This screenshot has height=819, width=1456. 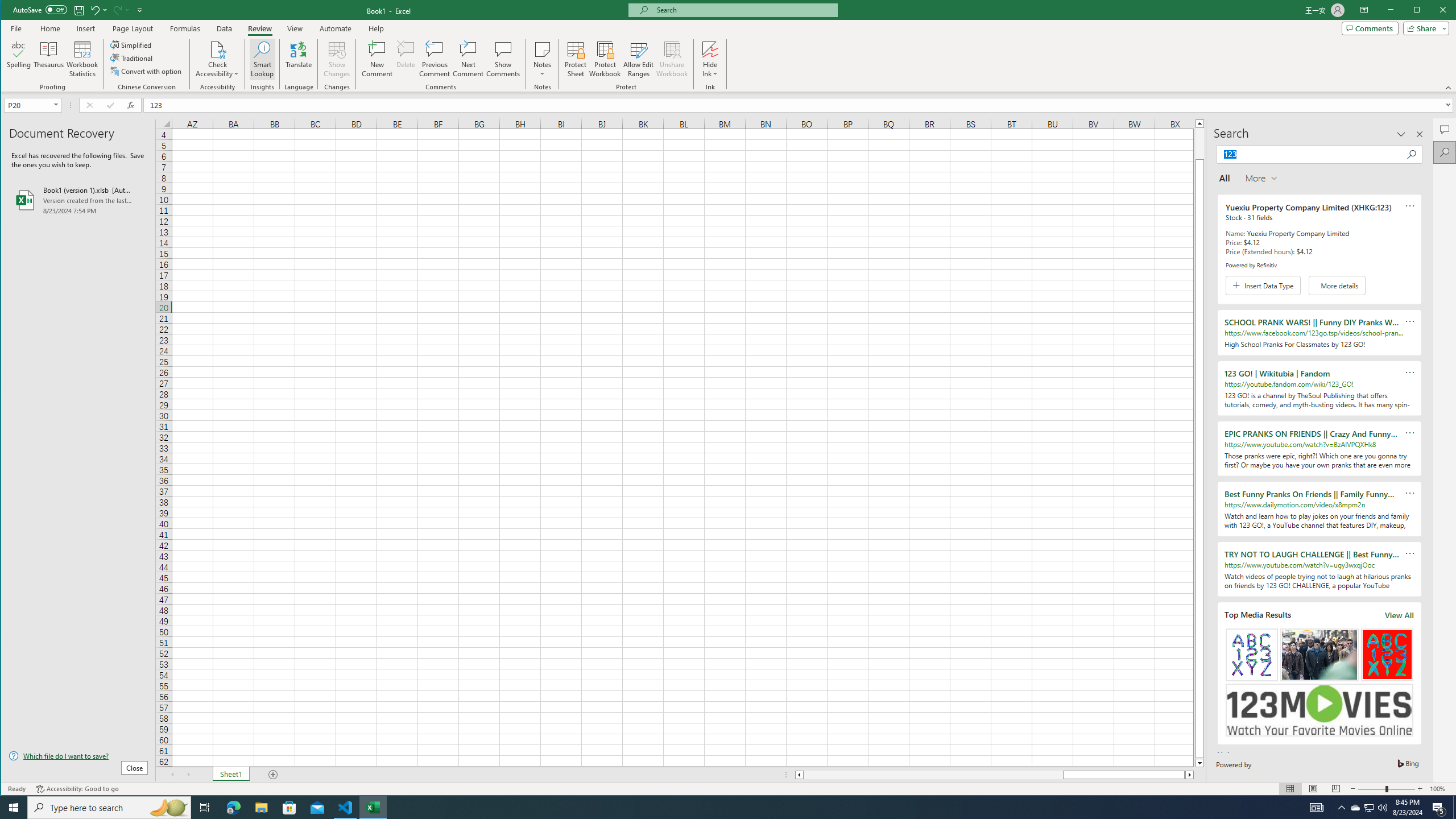 What do you see at coordinates (638, 59) in the screenshot?
I see `'Allow Edit Ranges'` at bounding box center [638, 59].